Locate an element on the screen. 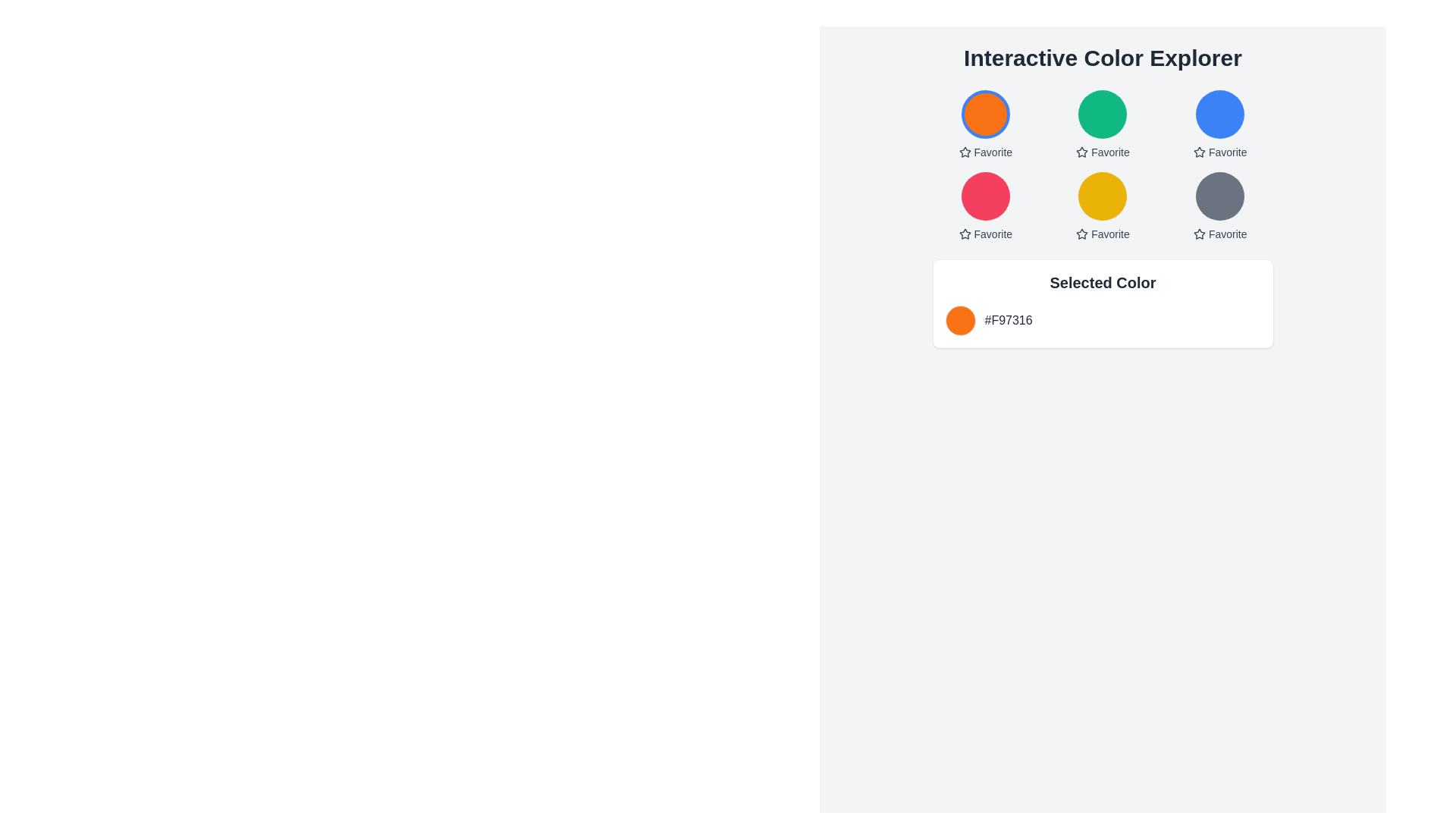 The image size is (1456, 819). the Interactive Circle with a golden yellow background located in the fourth row of the interactive color options beneath the 'Interactive Color Explorer' title is located at coordinates (1103, 195).